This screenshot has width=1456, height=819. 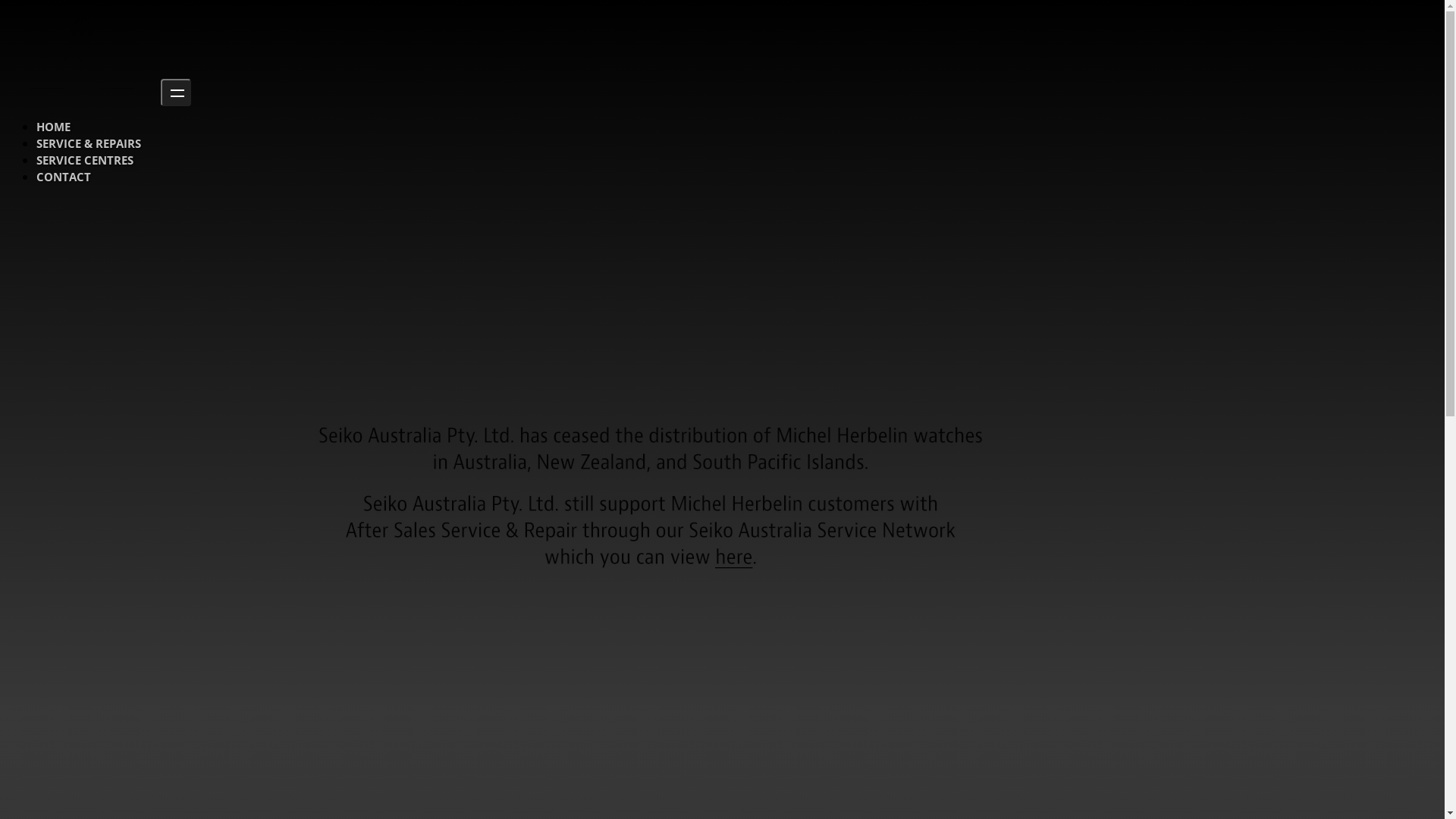 What do you see at coordinates (83, 160) in the screenshot?
I see `'SERVICE CENTRES'` at bounding box center [83, 160].